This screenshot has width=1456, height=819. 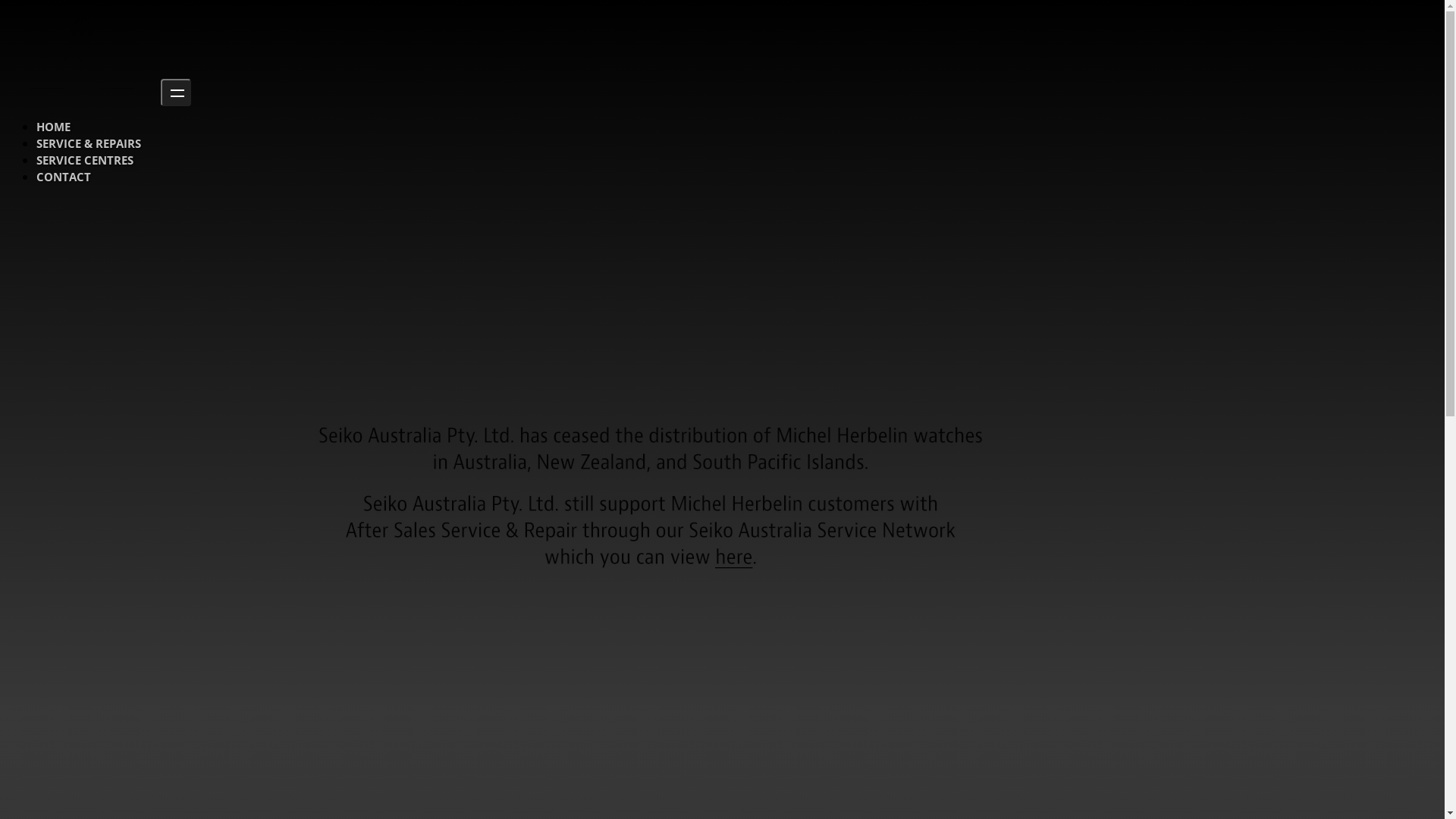 What do you see at coordinates (83, 160) in the screenshot?
I see `'SERVICE CENTRES'` at bounding box center [83, 160].